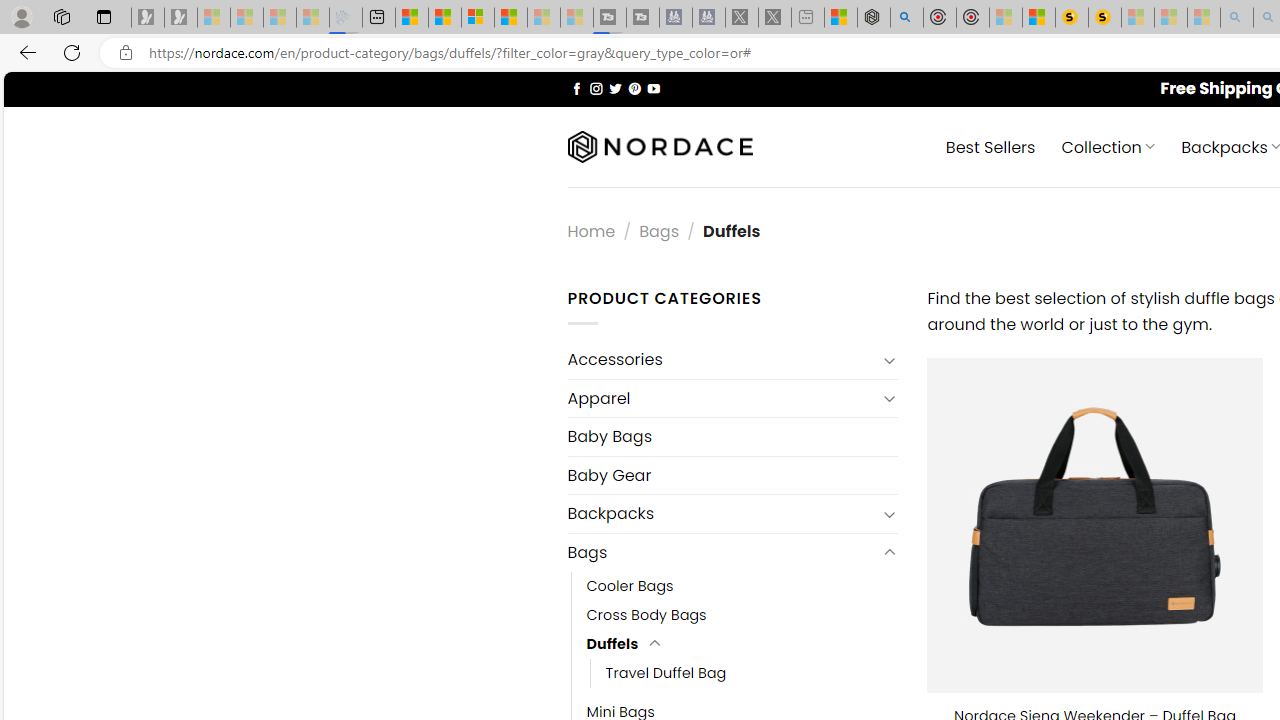  I want to click on 'Overview', so click(477, 17).